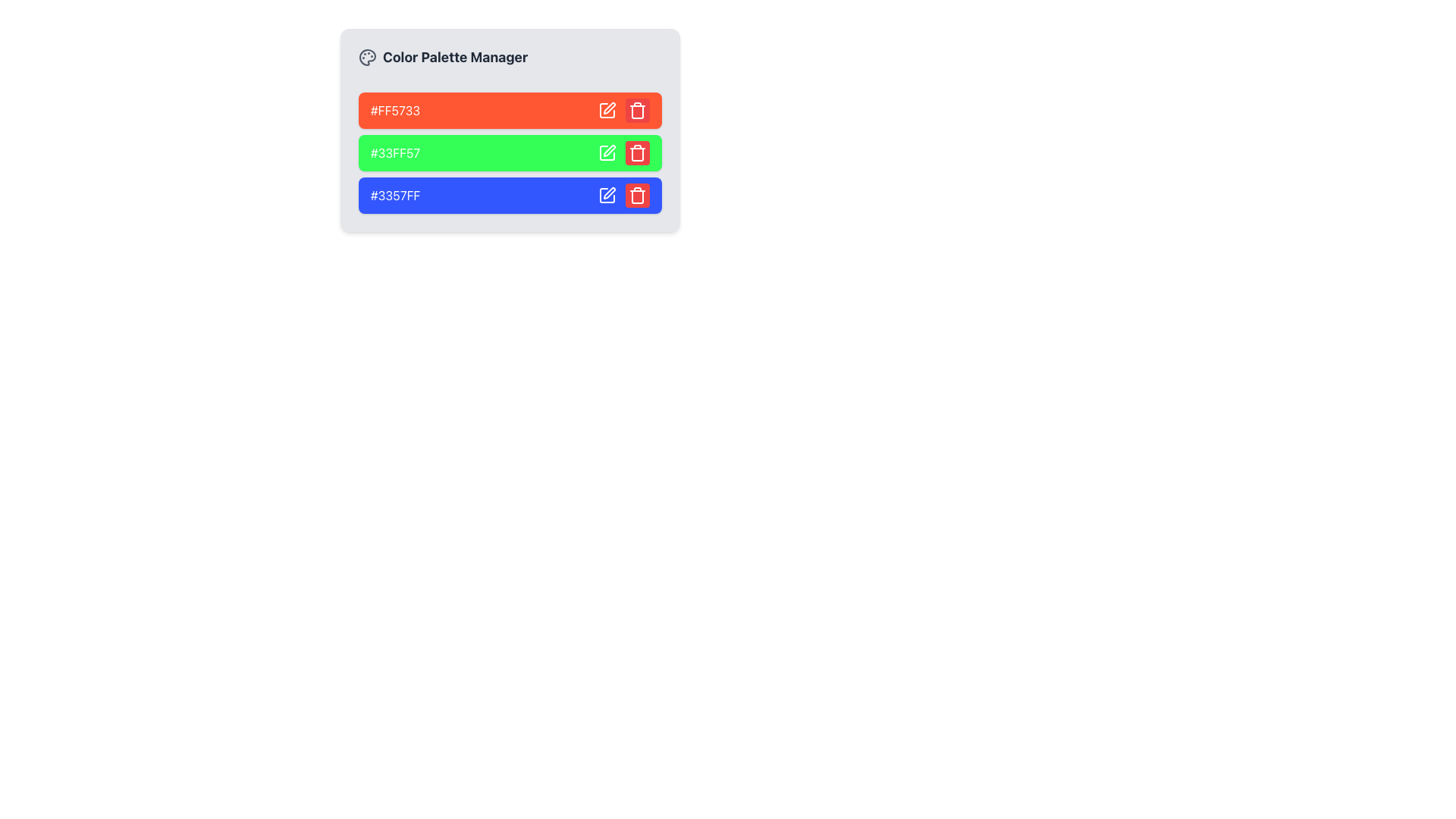 The height and width of the screenshot is (819, 1456). Describe the element at coordinates (395, 195) in the screenshot. I see `the text label displaying the hexadecimal color code '#3357FF', which is styled in white font against a blue background and is the third item in a color-coded list` at that location.